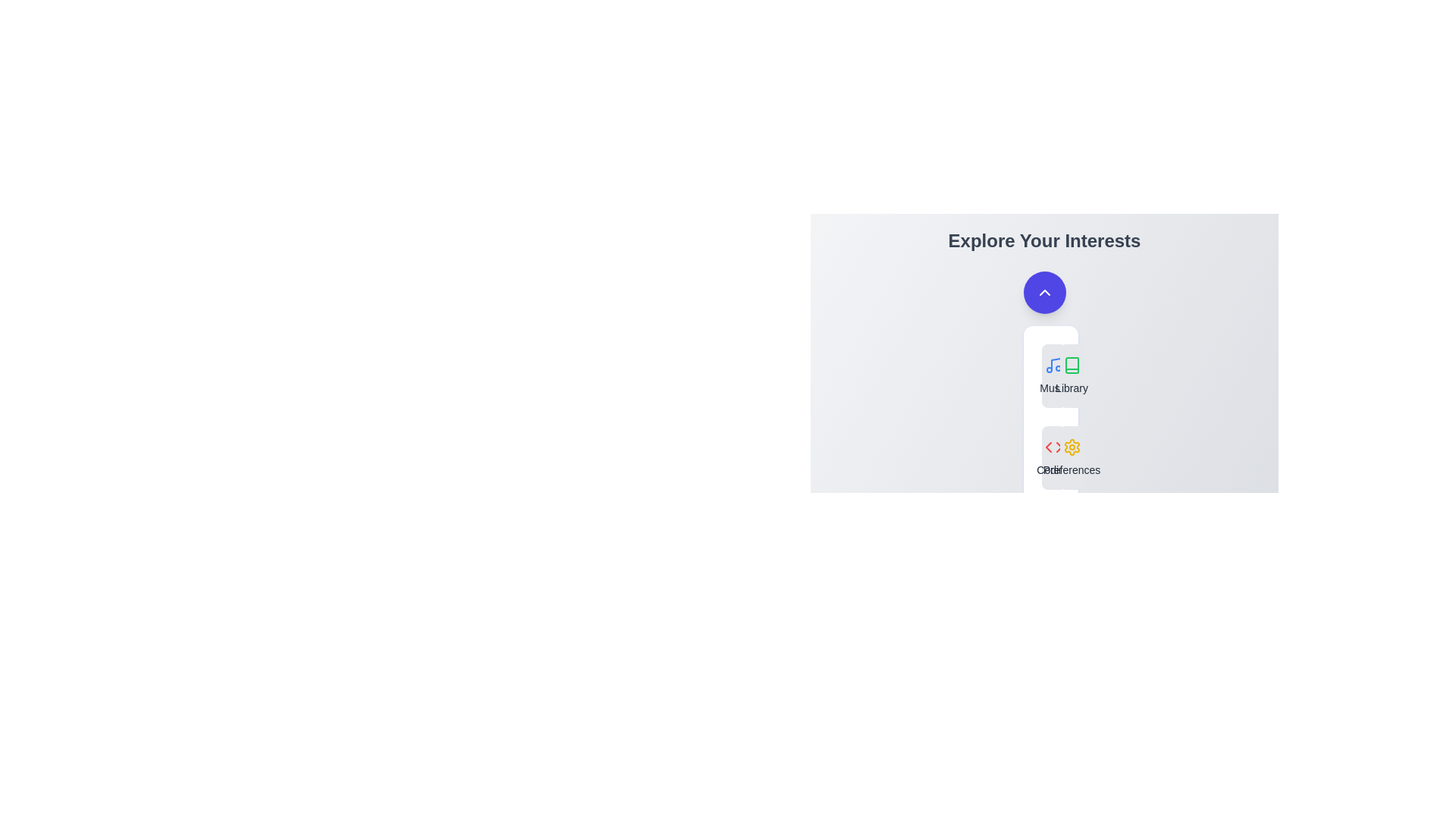 This screenshot has width=1456, height=819. What do you see at coordinates (1043, 292) in the screenshot?
I see `chevron button to toggle the menu visibility` at bounding box center [1043, 292].